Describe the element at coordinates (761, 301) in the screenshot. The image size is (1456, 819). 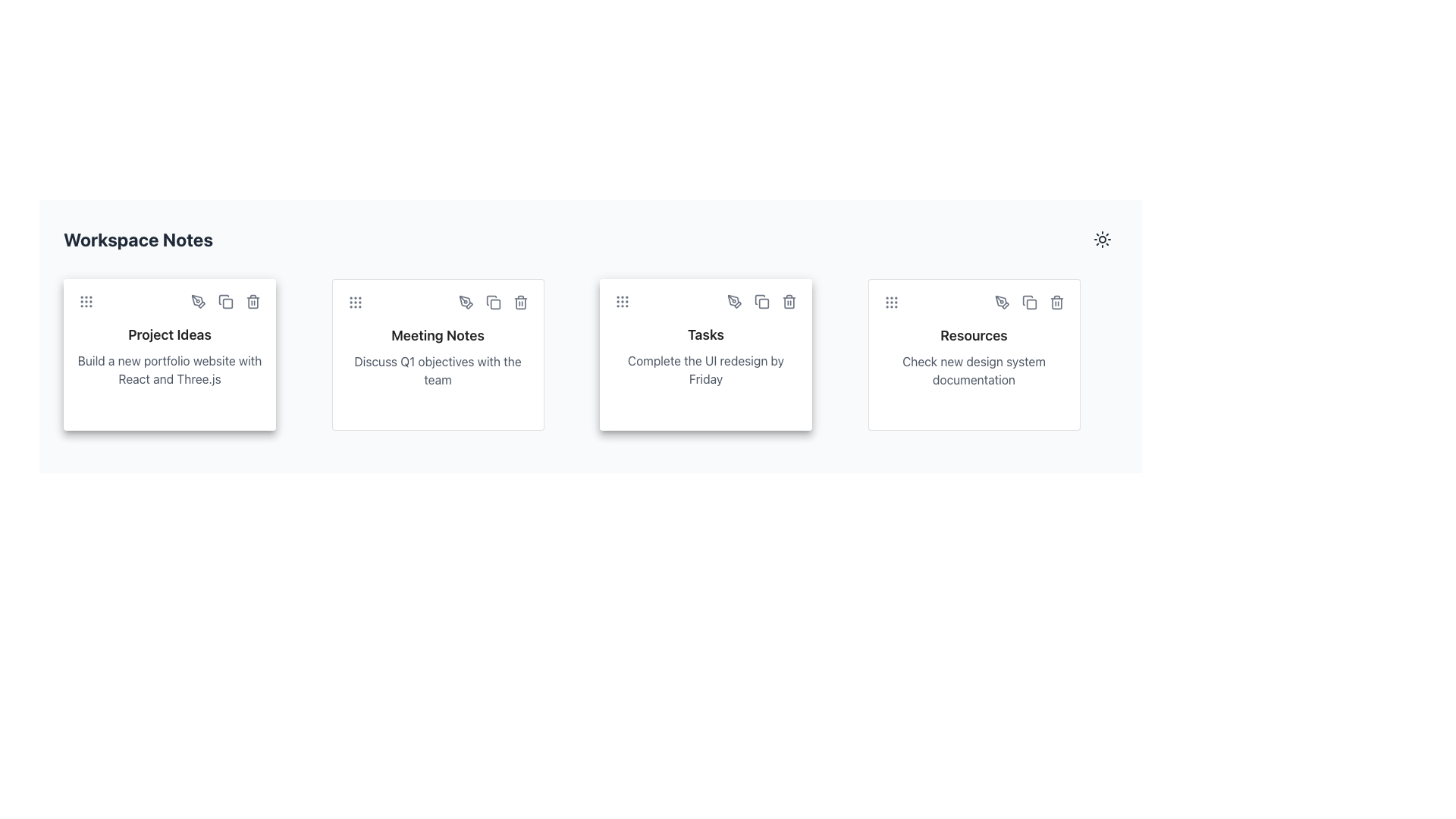
I see `the Icon button located at the top-right corner of the 'Tasks' card` at that location.